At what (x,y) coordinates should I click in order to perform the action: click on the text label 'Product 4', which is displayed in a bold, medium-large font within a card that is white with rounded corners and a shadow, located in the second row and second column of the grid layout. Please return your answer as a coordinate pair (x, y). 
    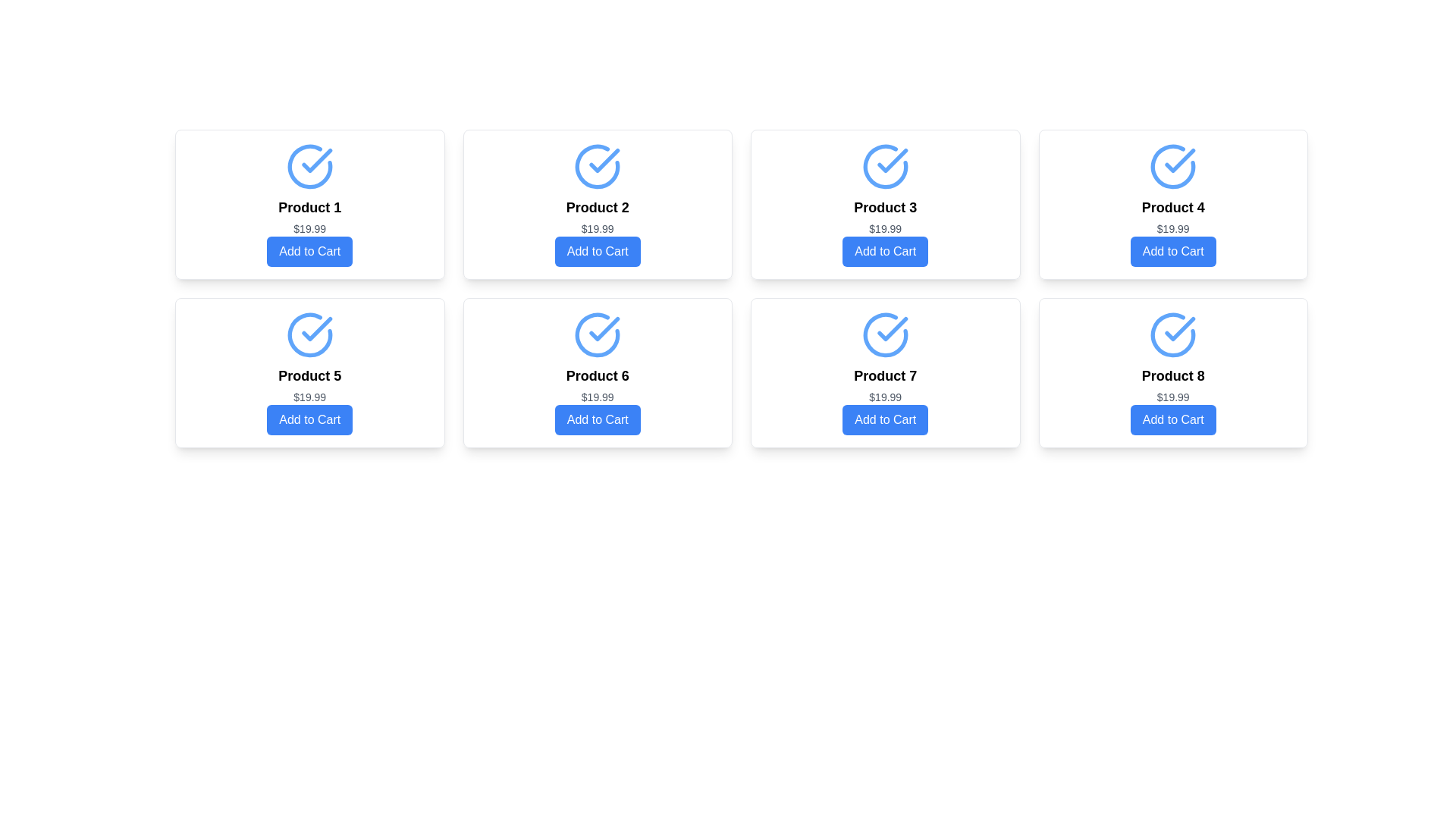
    Looking at the image, I should click on (1172, 207).